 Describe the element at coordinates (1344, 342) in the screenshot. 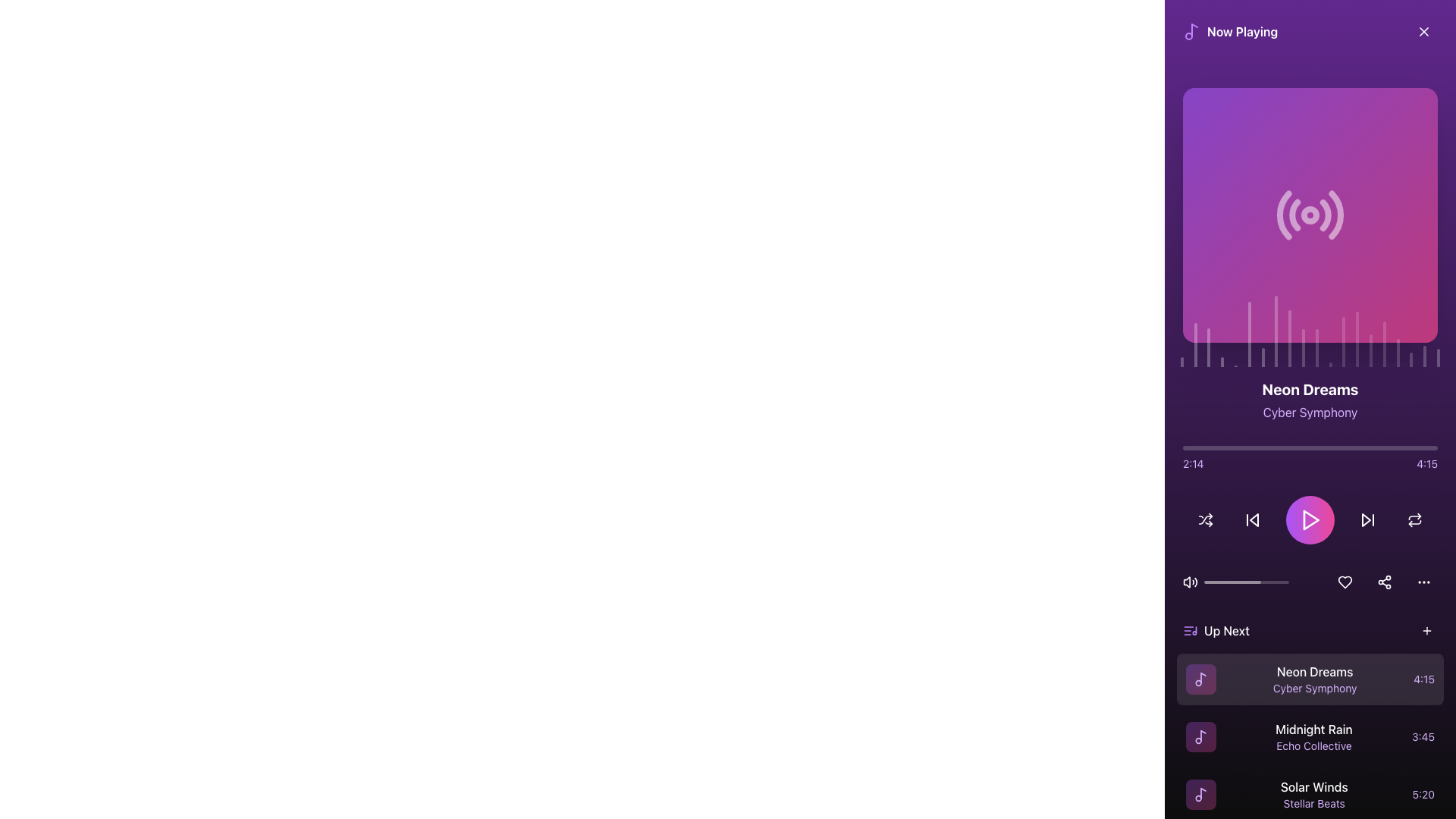

I see `the animation of the Progress Indicator Bar, which is the 13th element in a series of 20 bars displayed horizontally near the bottom of the audio player interface, located below the album artwork and above the track title` at that location.